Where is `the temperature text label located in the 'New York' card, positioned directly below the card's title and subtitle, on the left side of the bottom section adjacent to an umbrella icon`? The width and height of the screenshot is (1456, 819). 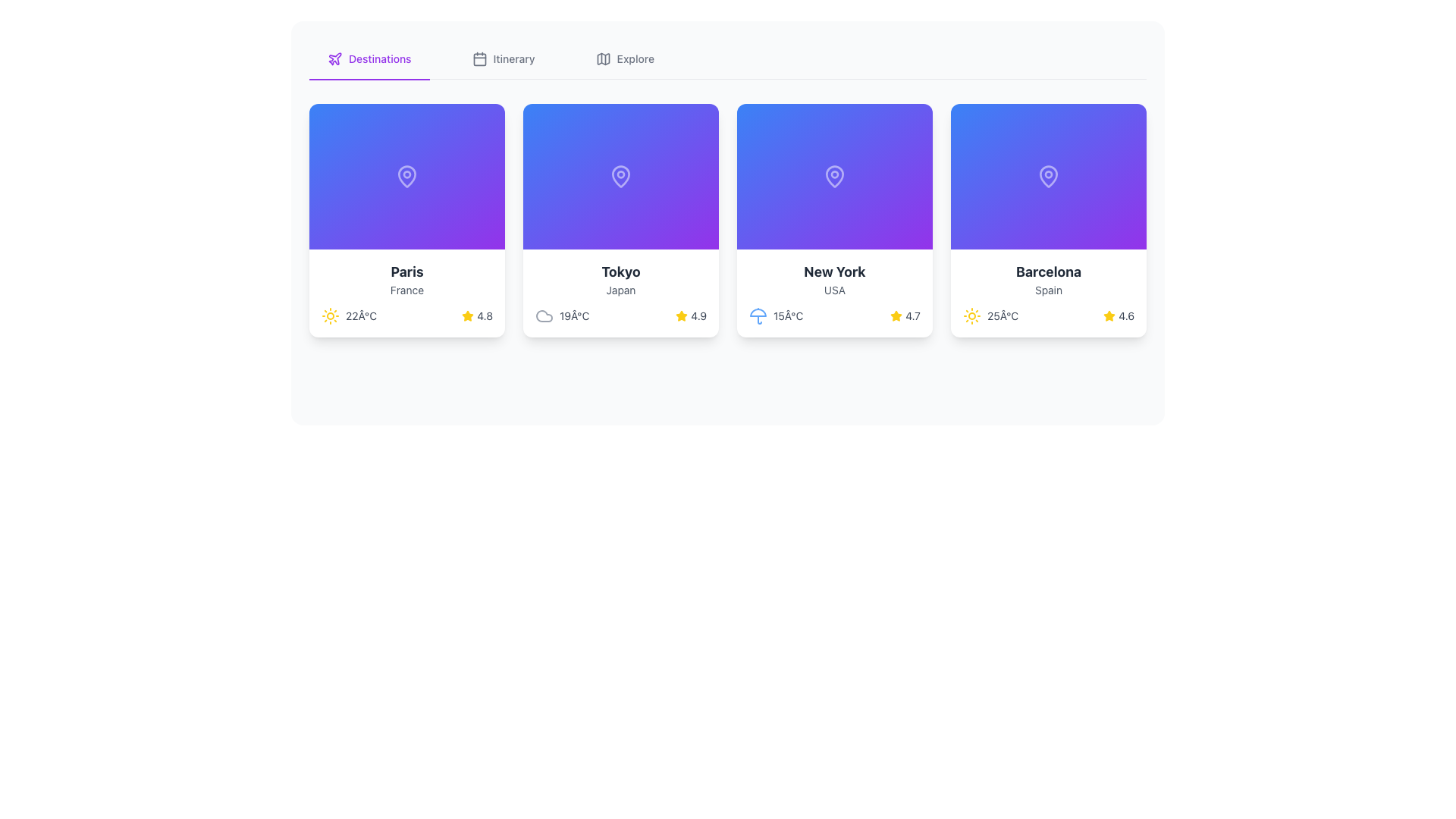 the temperature text label located in the 'New York' card, positioned directly below the card's title and subtitle, on the left side of the bottom section adjacent to an umbrella icon is located at coordinates (776, 315).